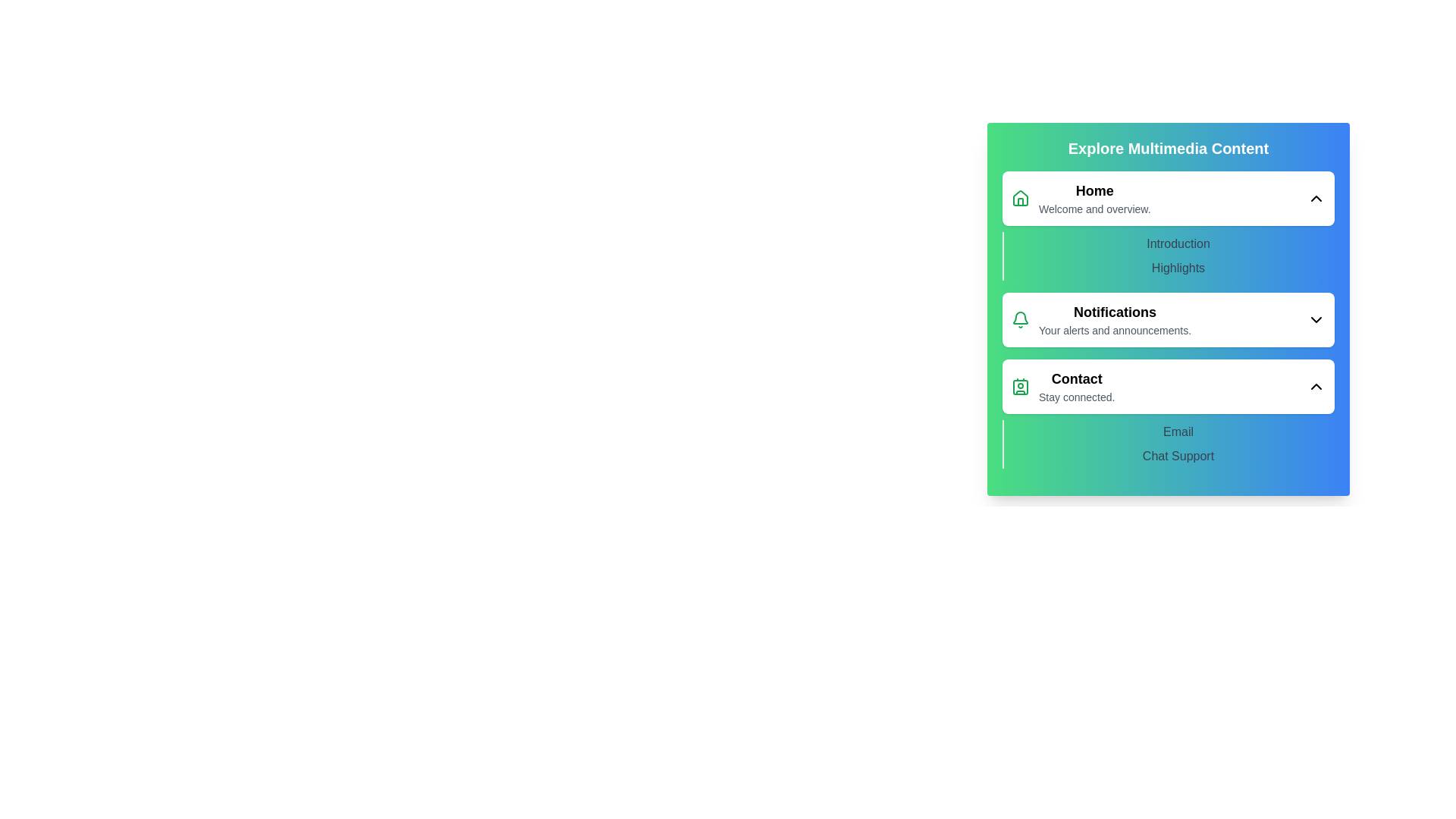 The width and height of the screenshot is (1456, 819). What do you see at coordinates (1178, 243) in the screenshot?
I see `the sub-item Introduction within the expanded menu` at bounding box center [1178, 243].